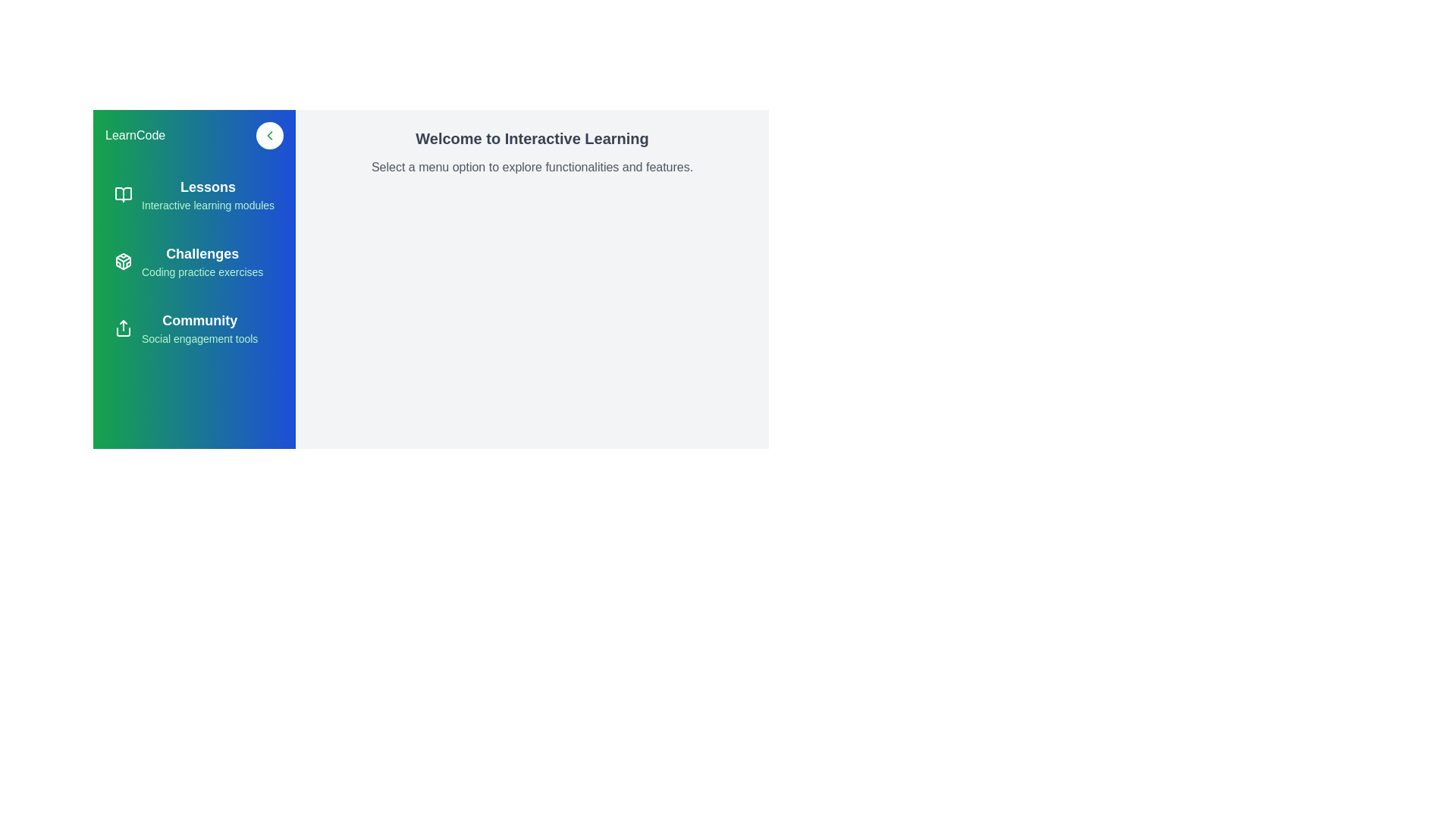  Describe the element at coordinates (193, 327) in the screenshot. I see `the Community section to explore its functionalities` at that location.